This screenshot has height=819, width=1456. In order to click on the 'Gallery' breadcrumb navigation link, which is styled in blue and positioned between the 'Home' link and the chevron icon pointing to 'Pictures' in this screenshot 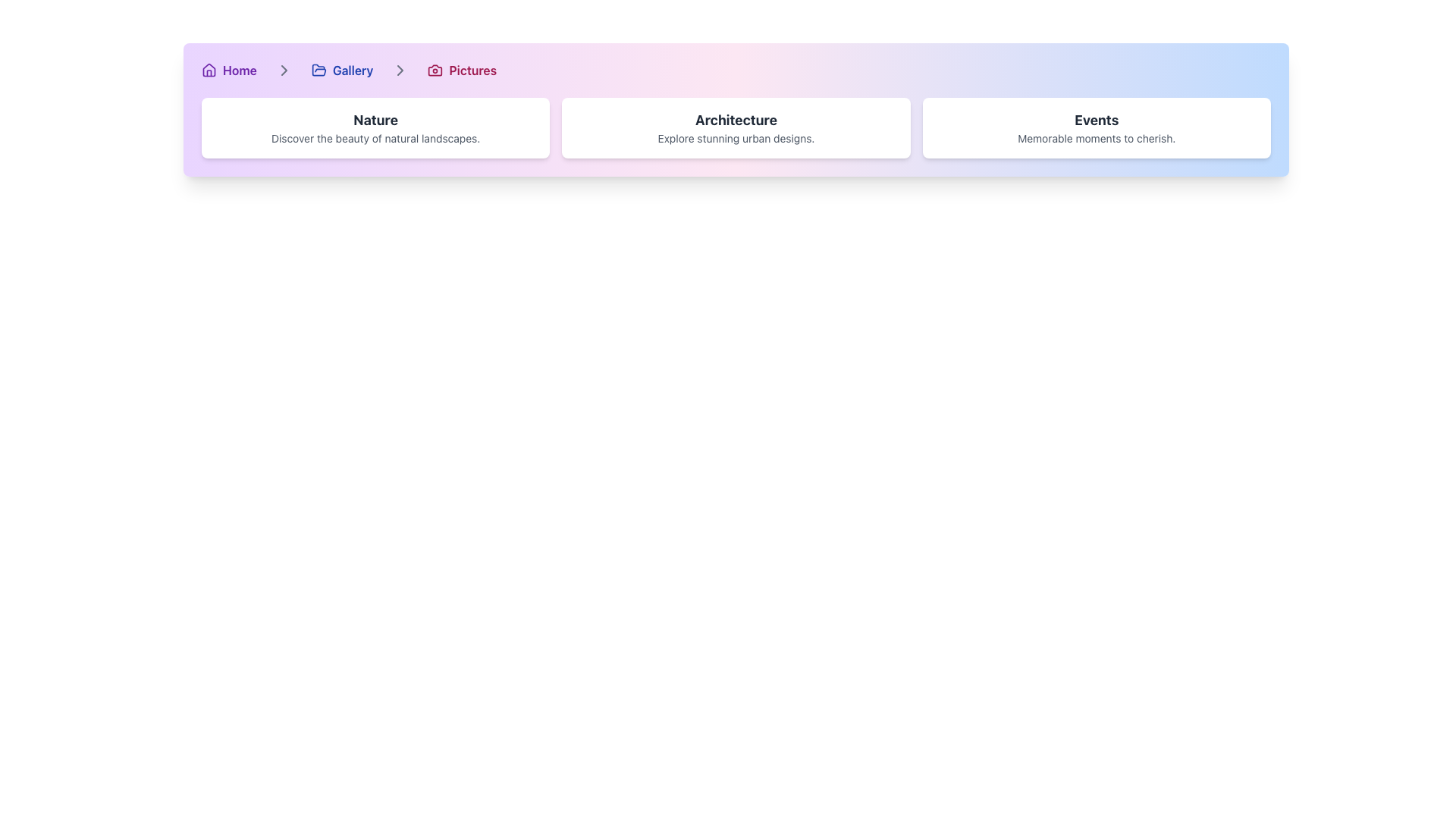, I will do `click(341, 70)`.